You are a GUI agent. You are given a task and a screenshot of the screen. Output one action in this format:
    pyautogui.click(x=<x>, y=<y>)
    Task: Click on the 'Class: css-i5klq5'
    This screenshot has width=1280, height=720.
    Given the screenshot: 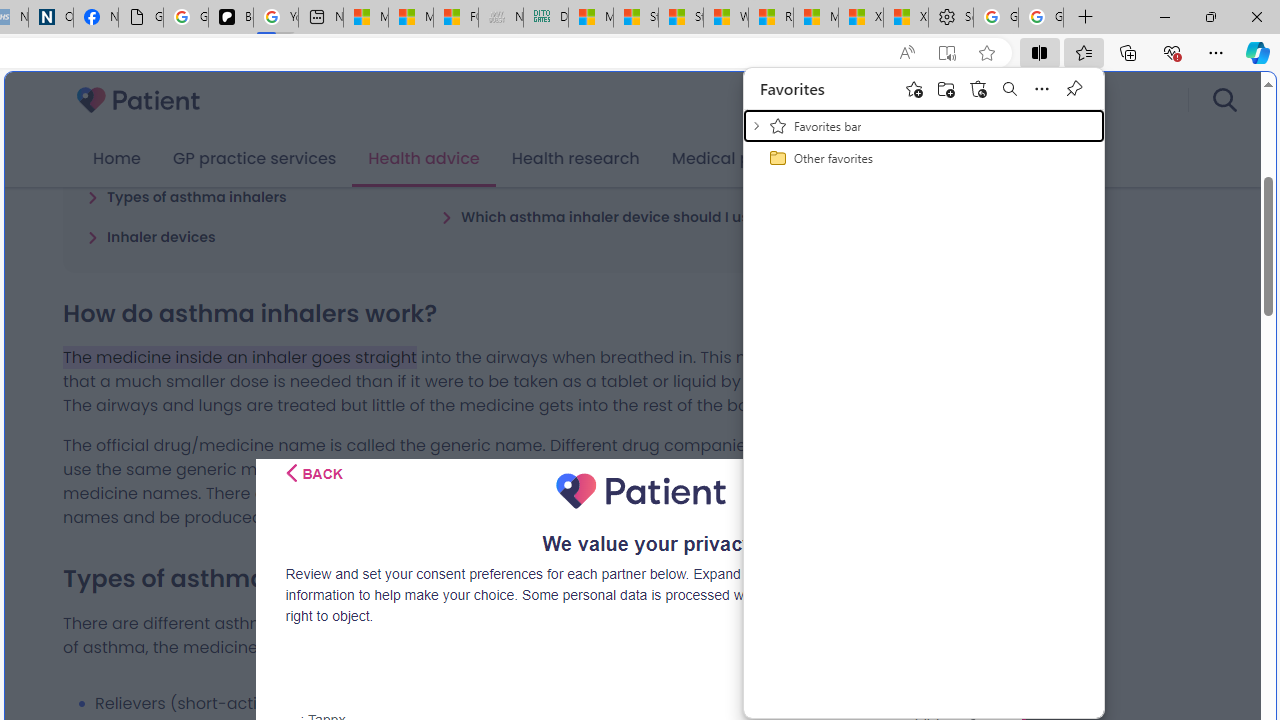 What is the action you would take?
    pyautogui.click(x=290, y=473)
    